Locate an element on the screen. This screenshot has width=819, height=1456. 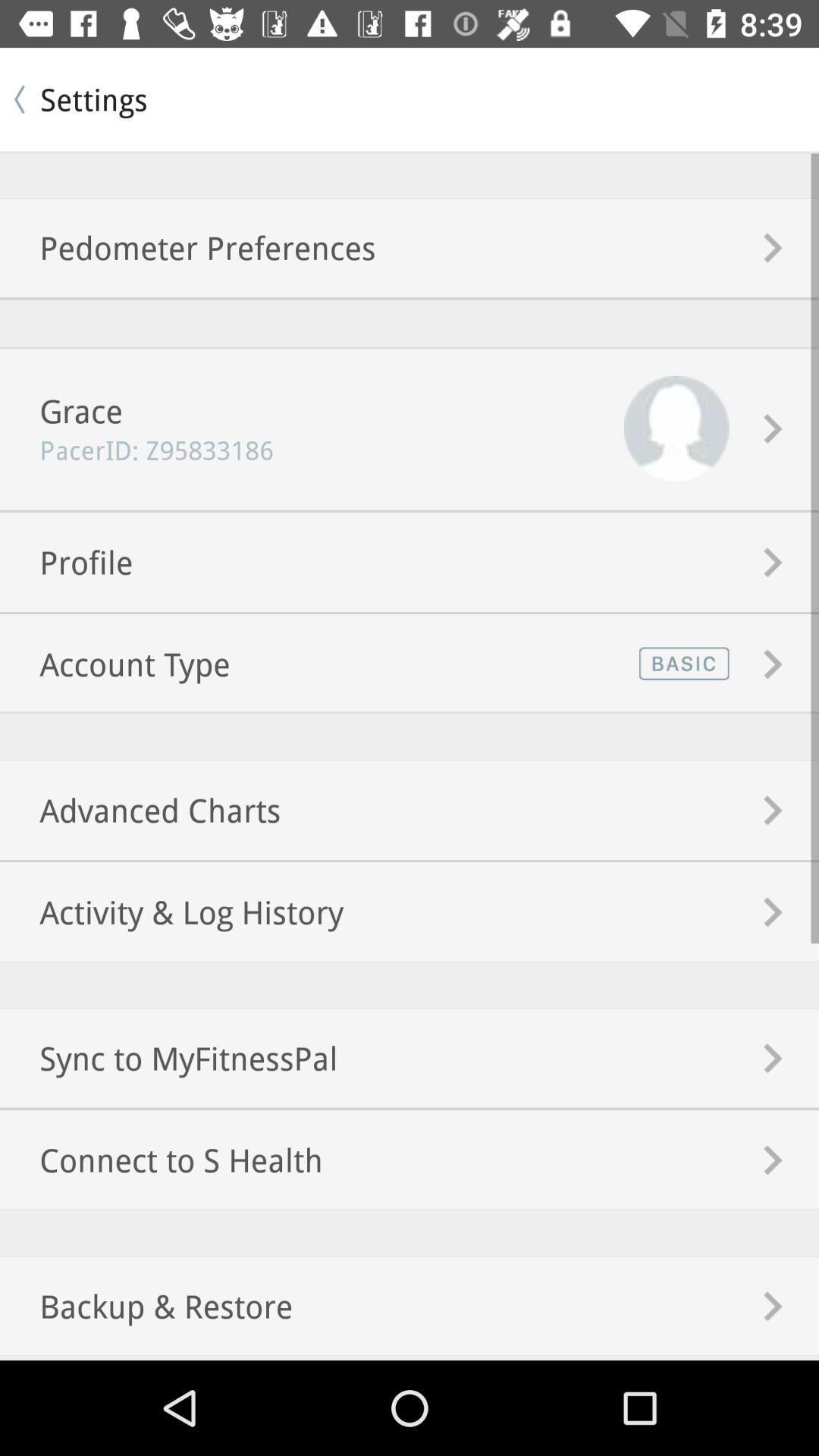
item above account type item is located at coordinates (65, 561).